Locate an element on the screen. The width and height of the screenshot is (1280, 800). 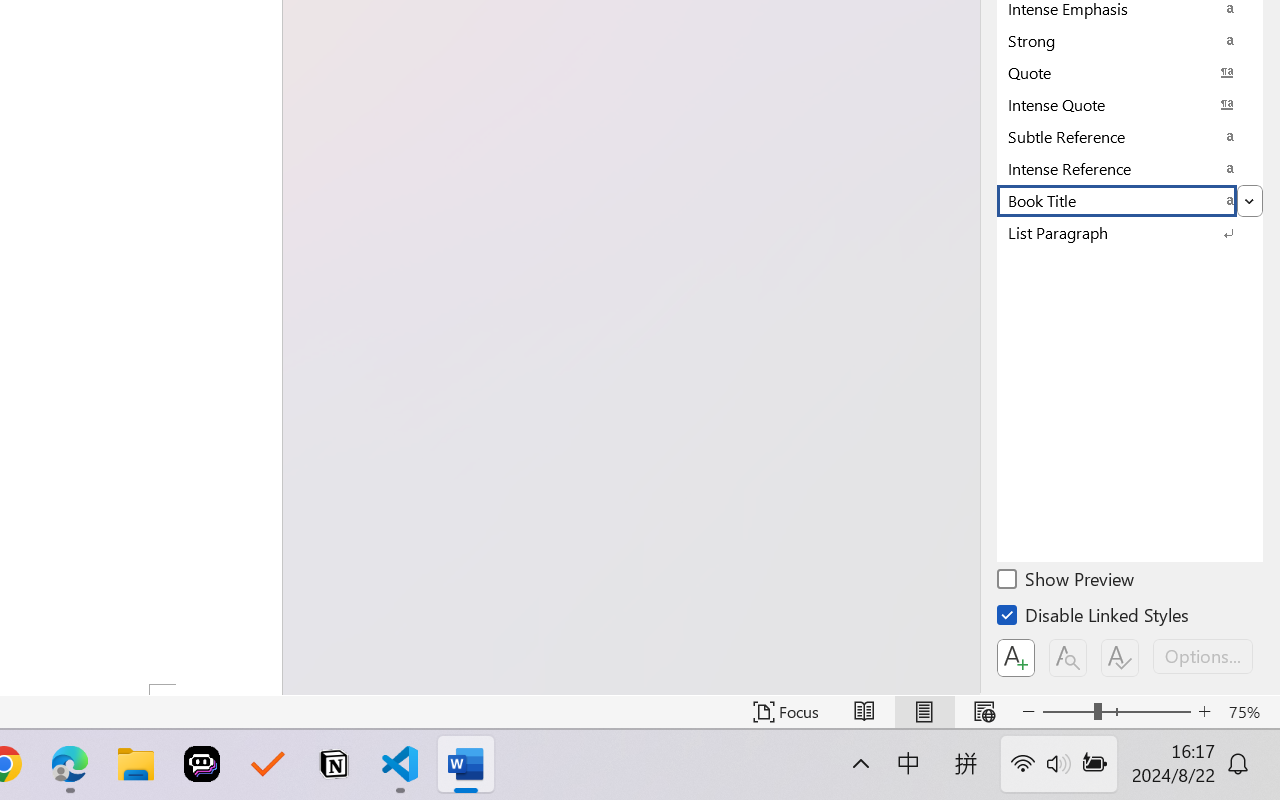
'List Paragraph' is located at coordinates (1130, 232).